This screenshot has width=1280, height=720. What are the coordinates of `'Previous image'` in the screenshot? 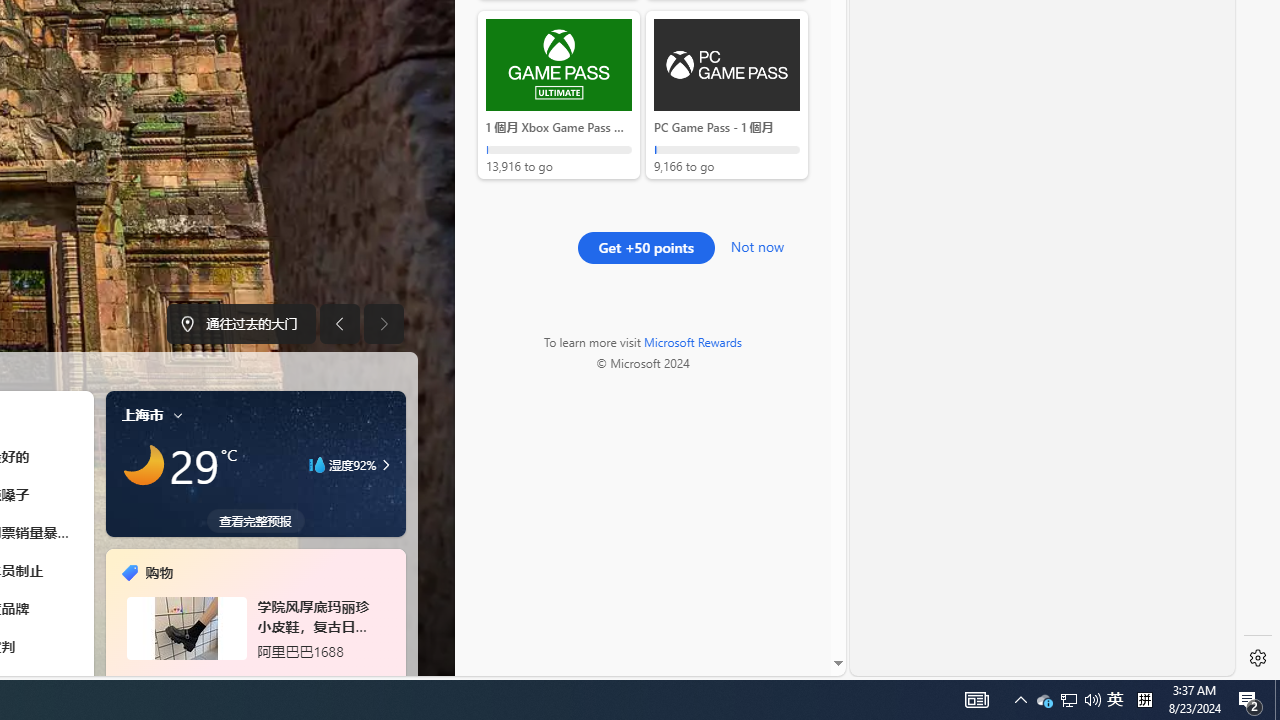 It's located at (339, 323).